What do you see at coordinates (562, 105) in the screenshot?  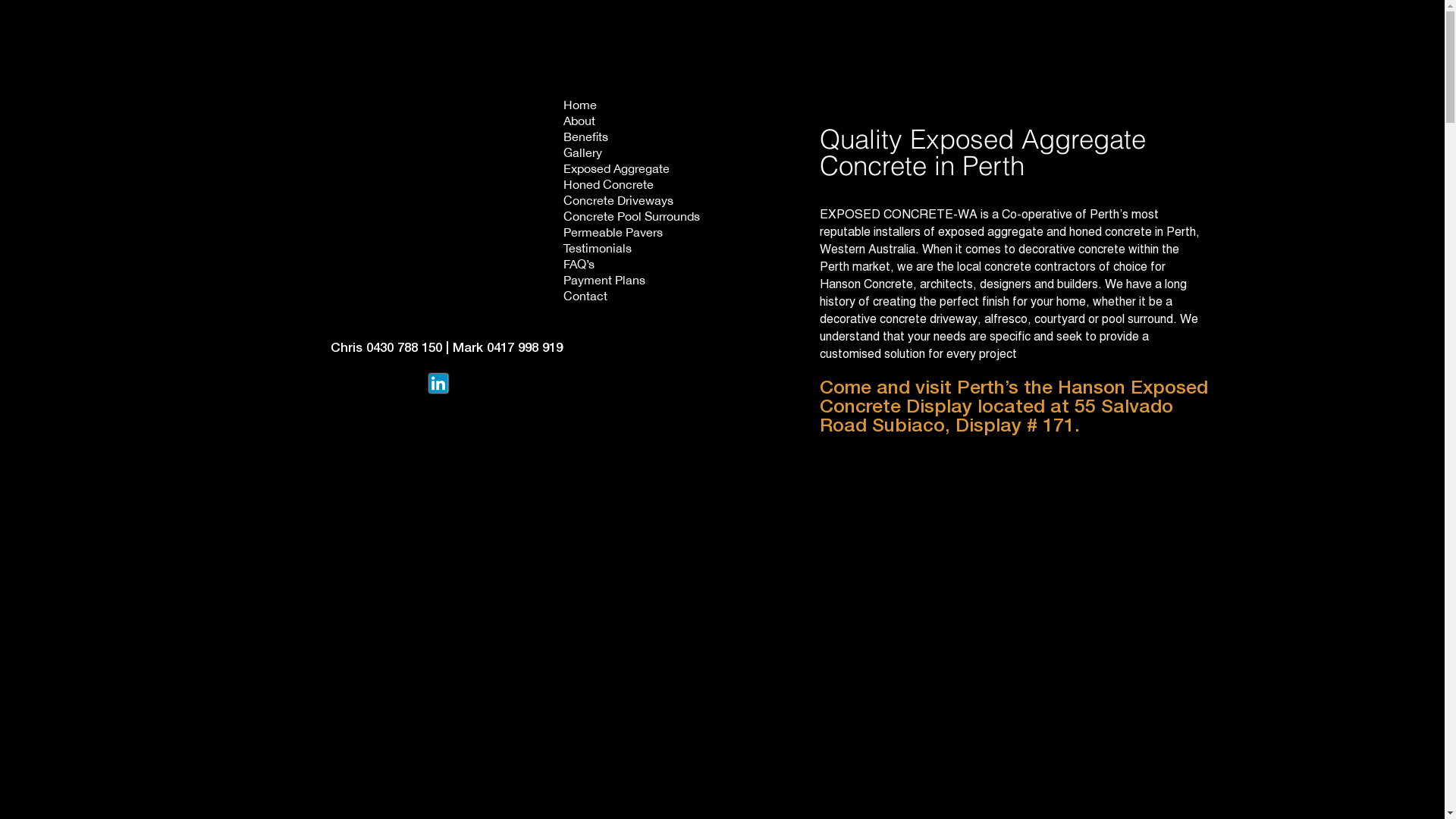 I see `'Home'` at bounding box center [562, 105].